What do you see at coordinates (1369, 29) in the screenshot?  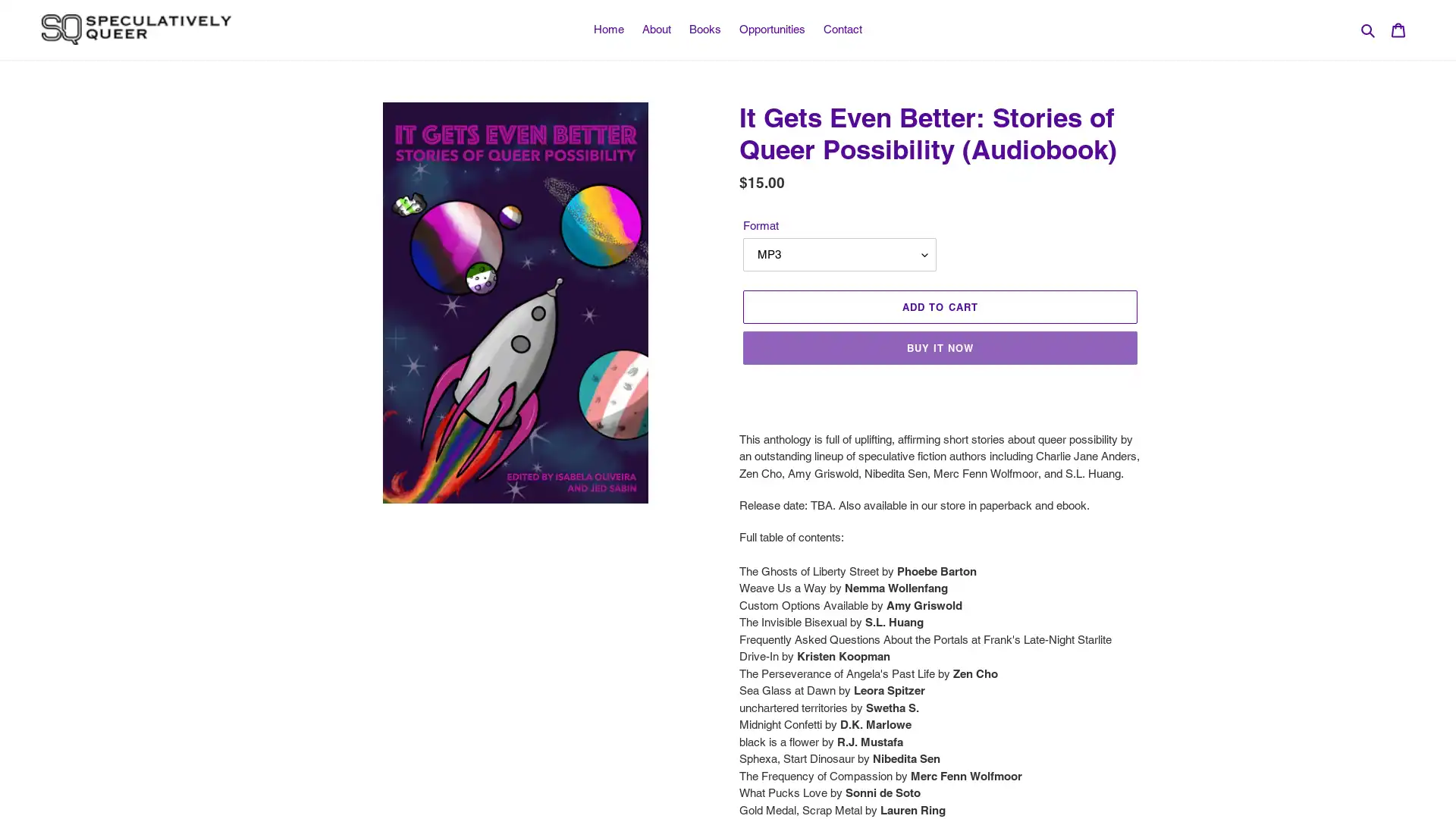 I see `Search` at bounding box center [1369, 29].